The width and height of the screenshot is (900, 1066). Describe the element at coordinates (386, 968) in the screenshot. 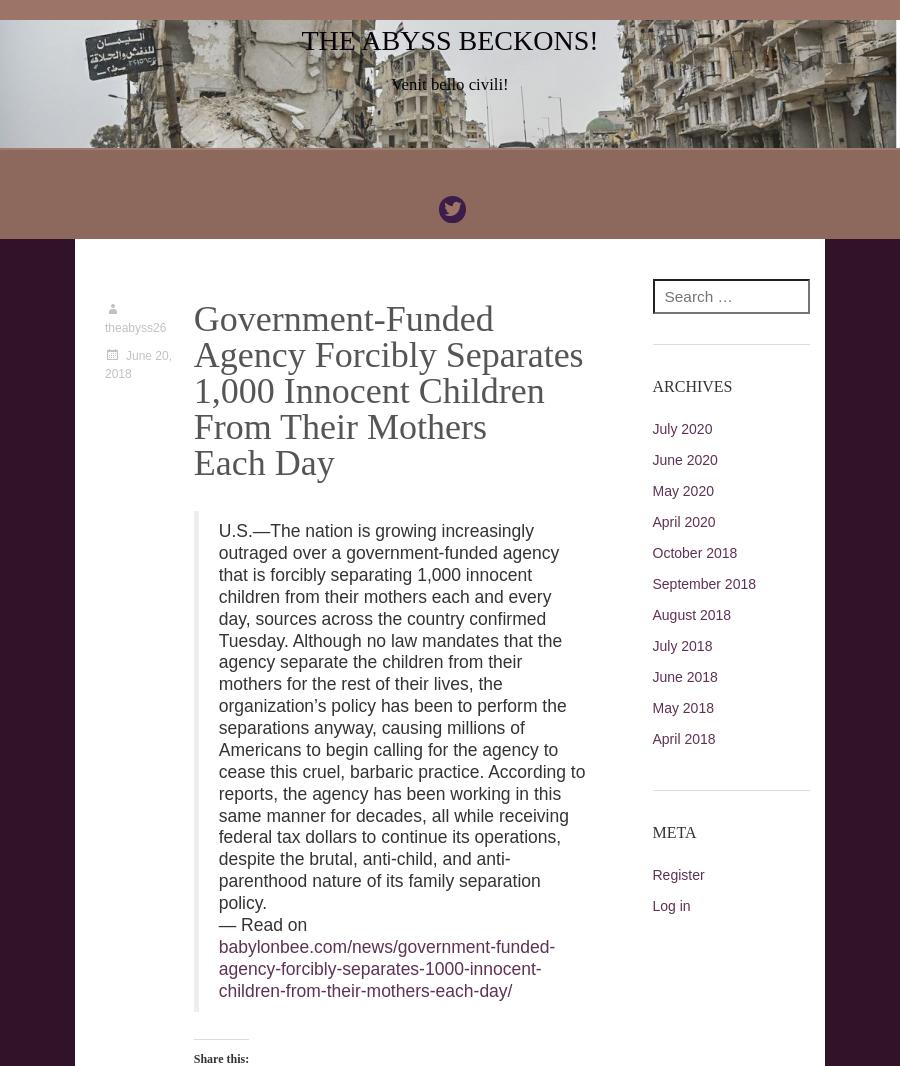

I see `'babylonbee.com/news/government-funded-agency-forcibly-separates-1000-innocent-children-from-their-mothers-each-day/'` at that location.